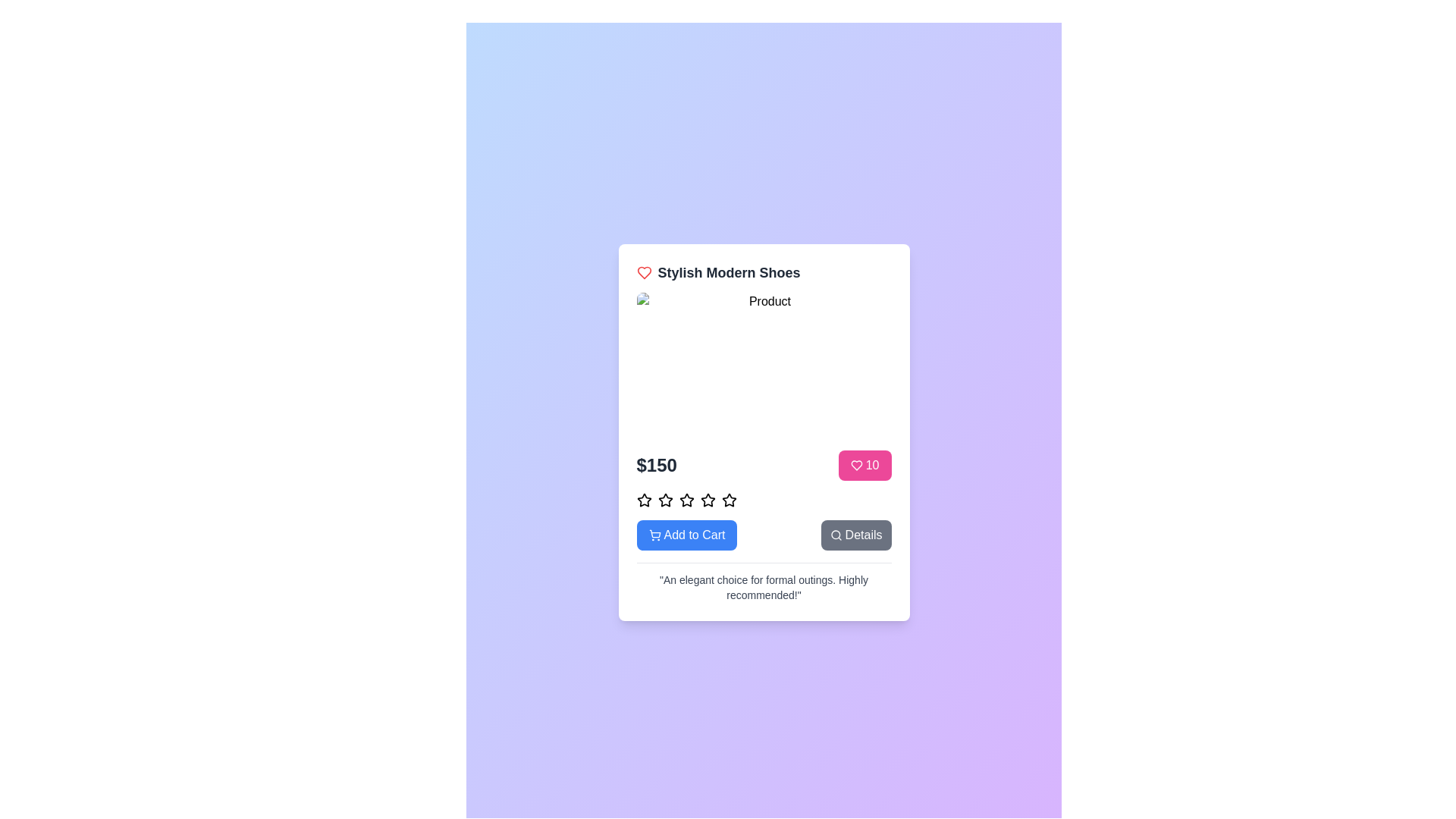  Describe the element at coordinates (707, 500) in the screenshot. I see `the third star in the rating component` at that location.